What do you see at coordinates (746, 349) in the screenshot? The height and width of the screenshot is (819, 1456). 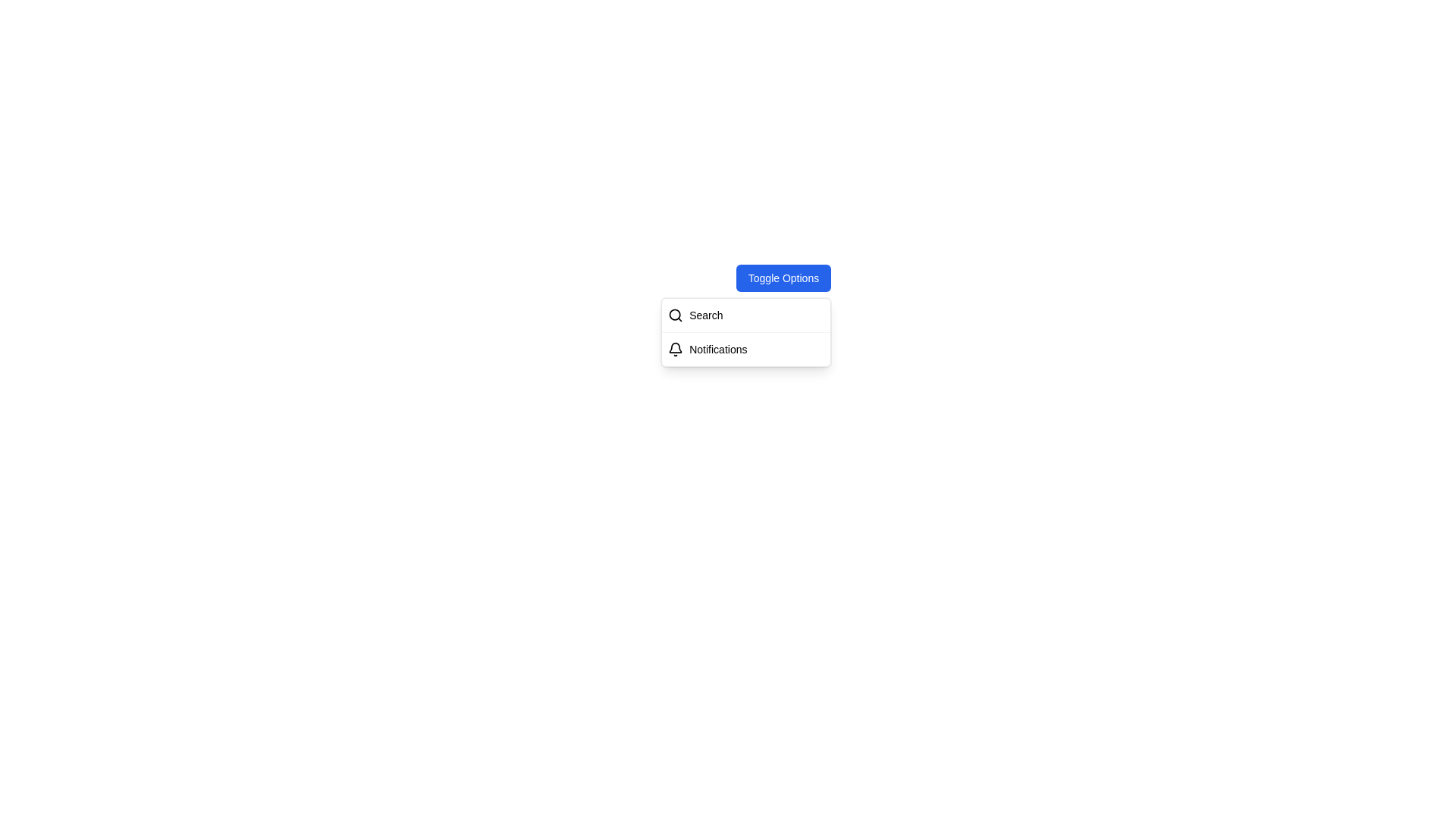 I see `the bottom list item of the dropdown menu labeled 'Notifications' which has a notification bell icon` at bounding box center [746, 349].